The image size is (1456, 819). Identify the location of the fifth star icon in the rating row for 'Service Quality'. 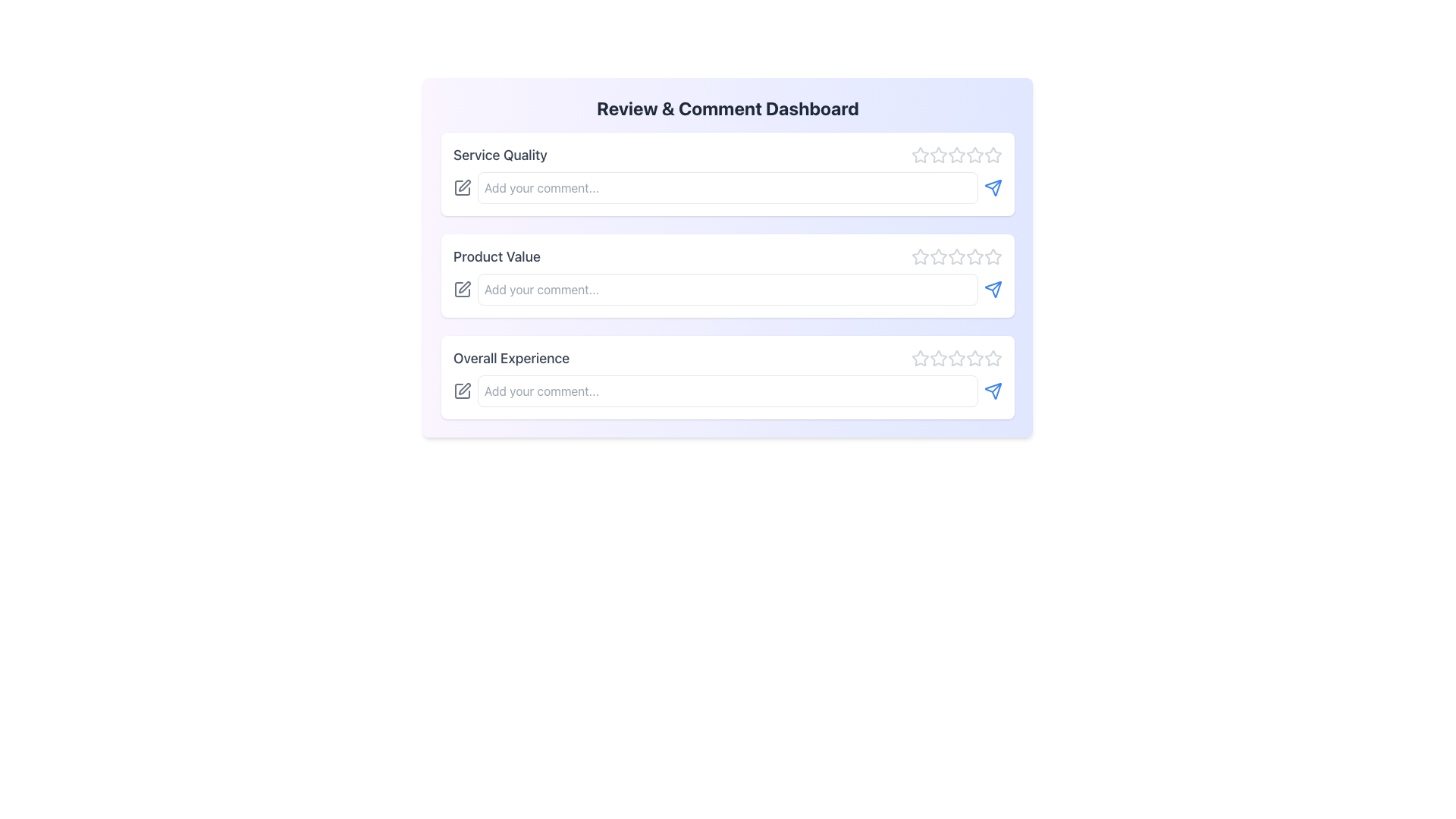
(993, 155).